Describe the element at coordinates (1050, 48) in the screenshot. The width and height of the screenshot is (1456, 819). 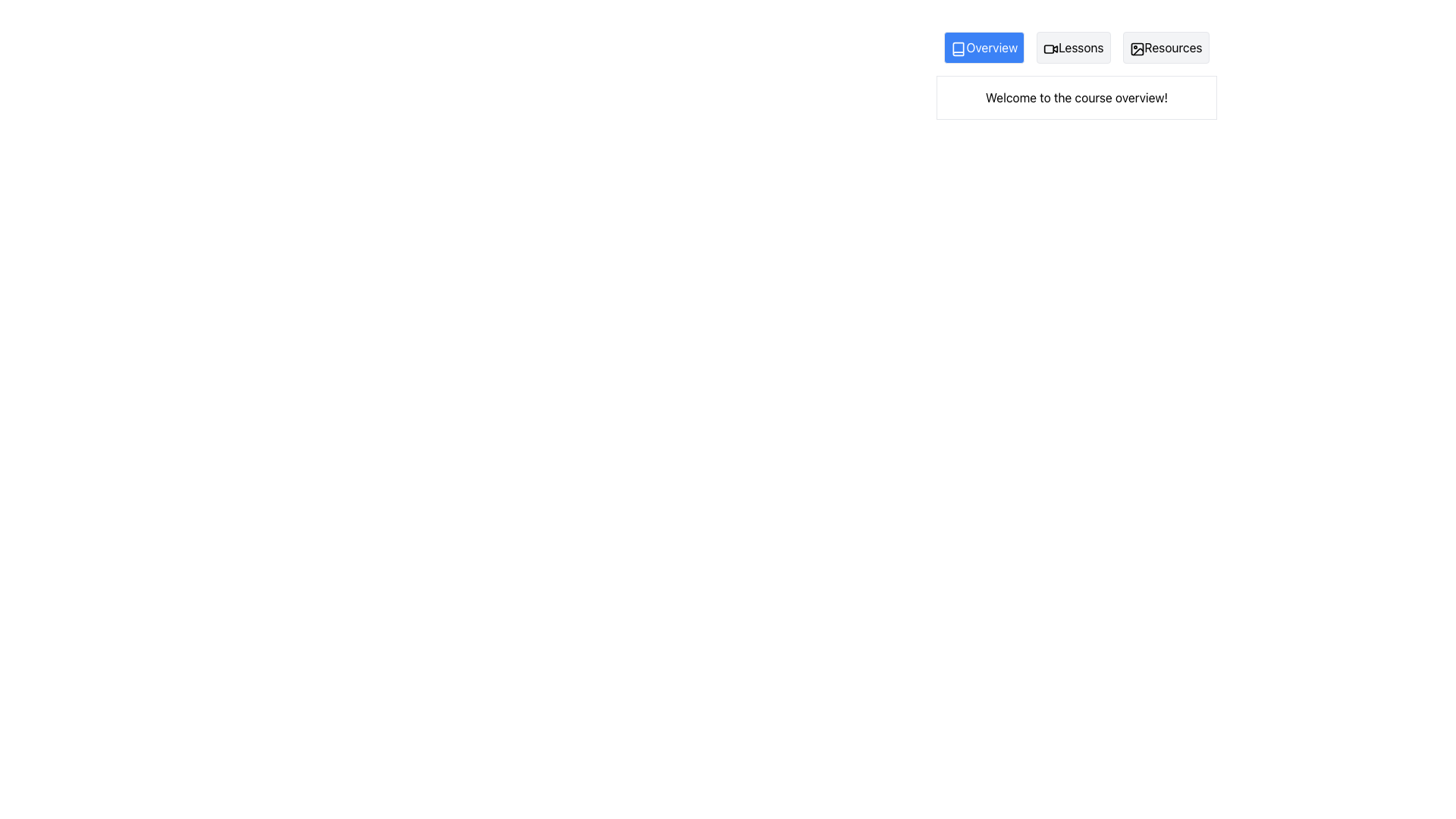
I see `the video icon located within the 'Lessons' button, which is the leftmost graphical component adjacent to 'Overview' and 'Resources'` at that location.